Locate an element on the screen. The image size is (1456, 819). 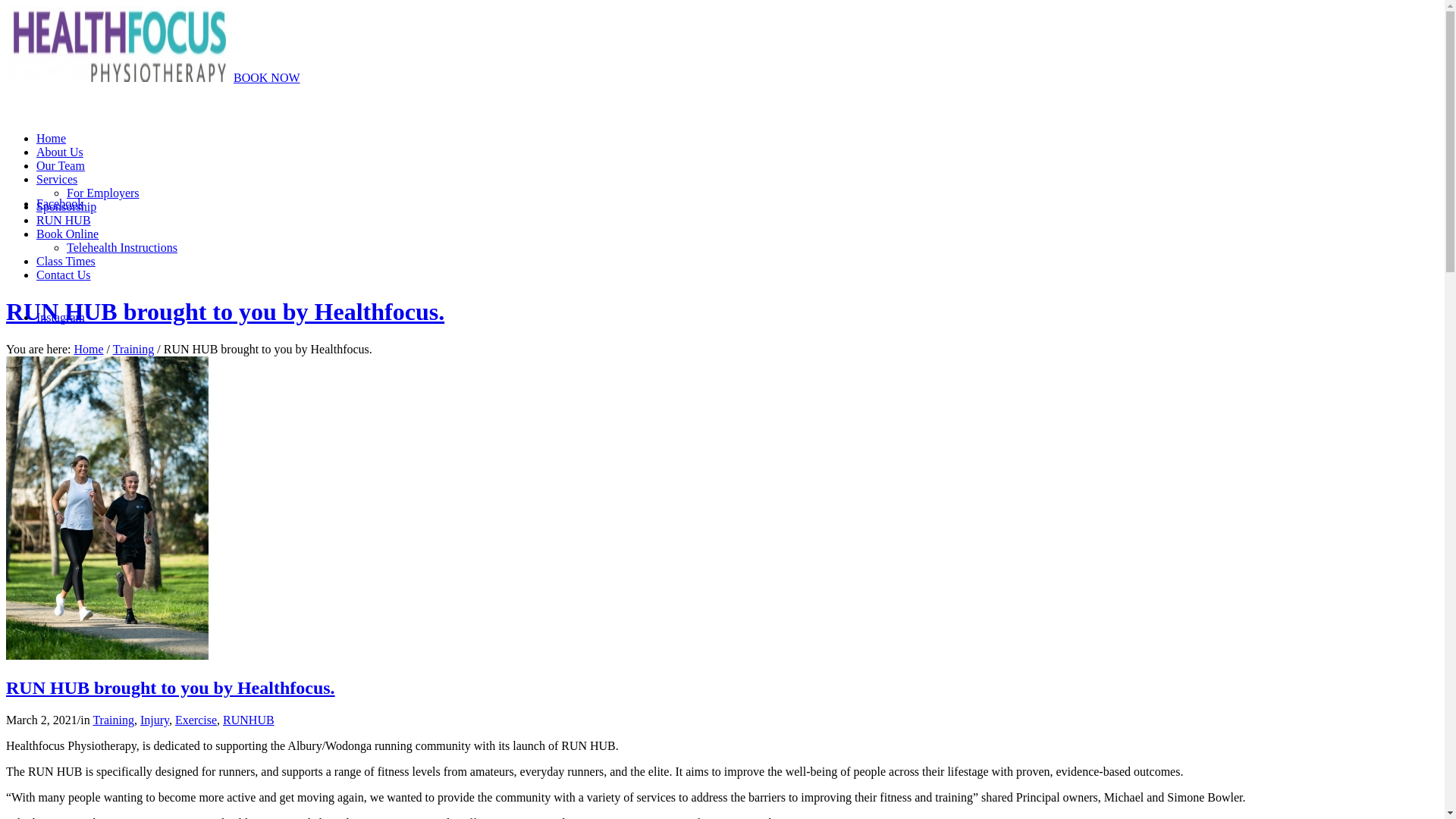
'Book Online' is located at coordinates (67, 234).